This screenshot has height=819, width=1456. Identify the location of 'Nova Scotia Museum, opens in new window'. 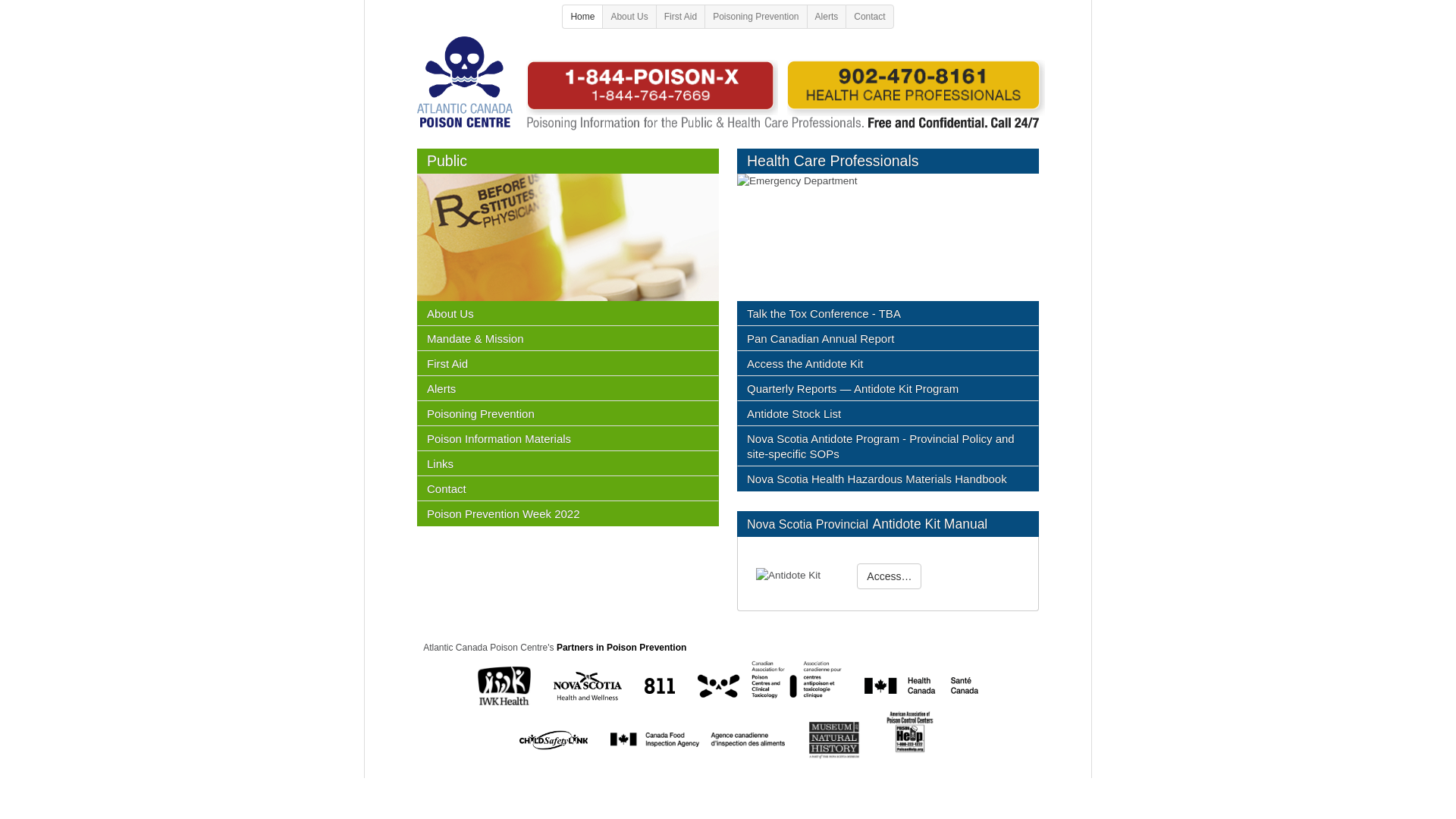
(807, 739).